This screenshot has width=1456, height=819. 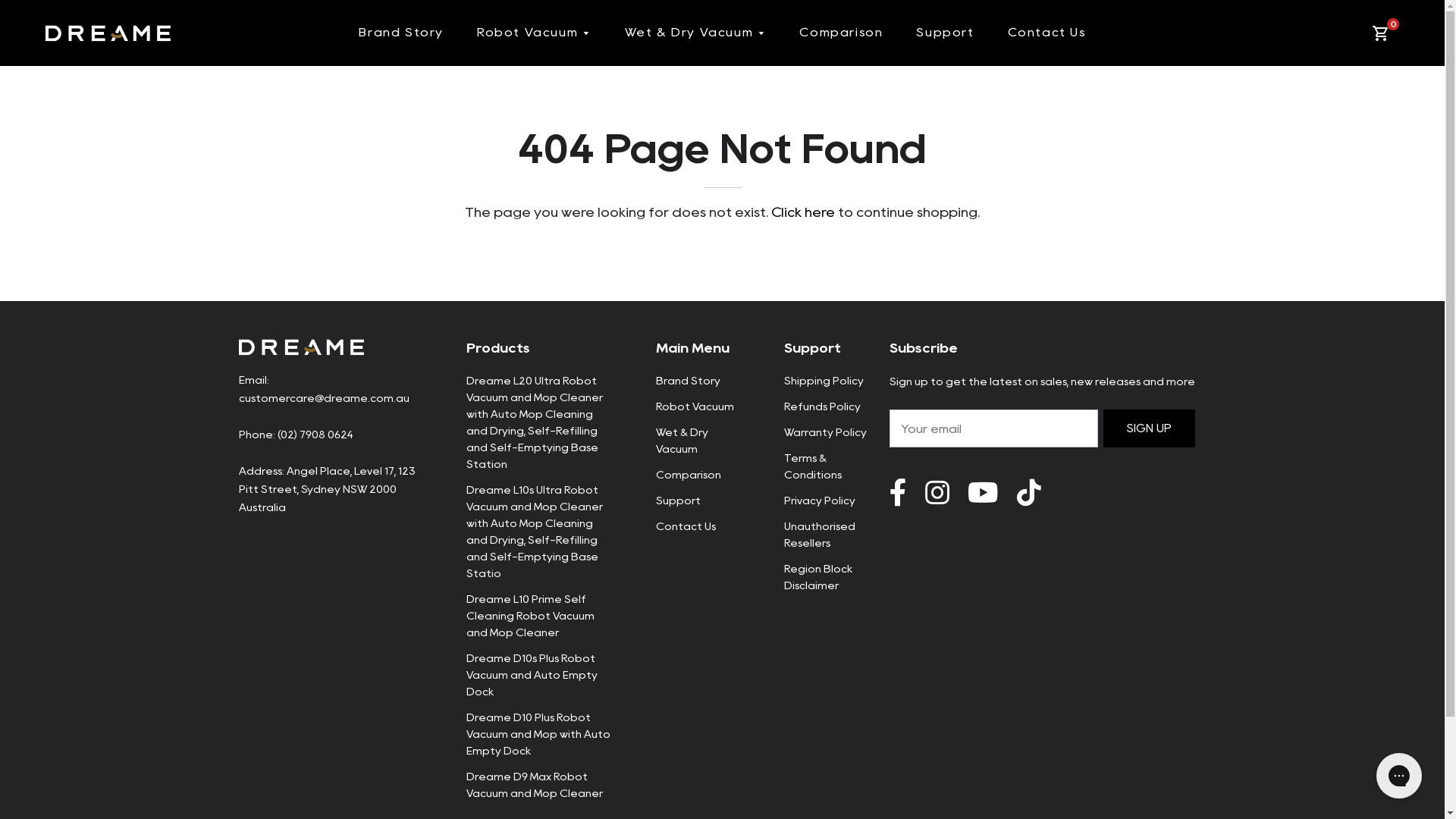 I want to click on 'SIGN UP', so click(x=1150, y=428).